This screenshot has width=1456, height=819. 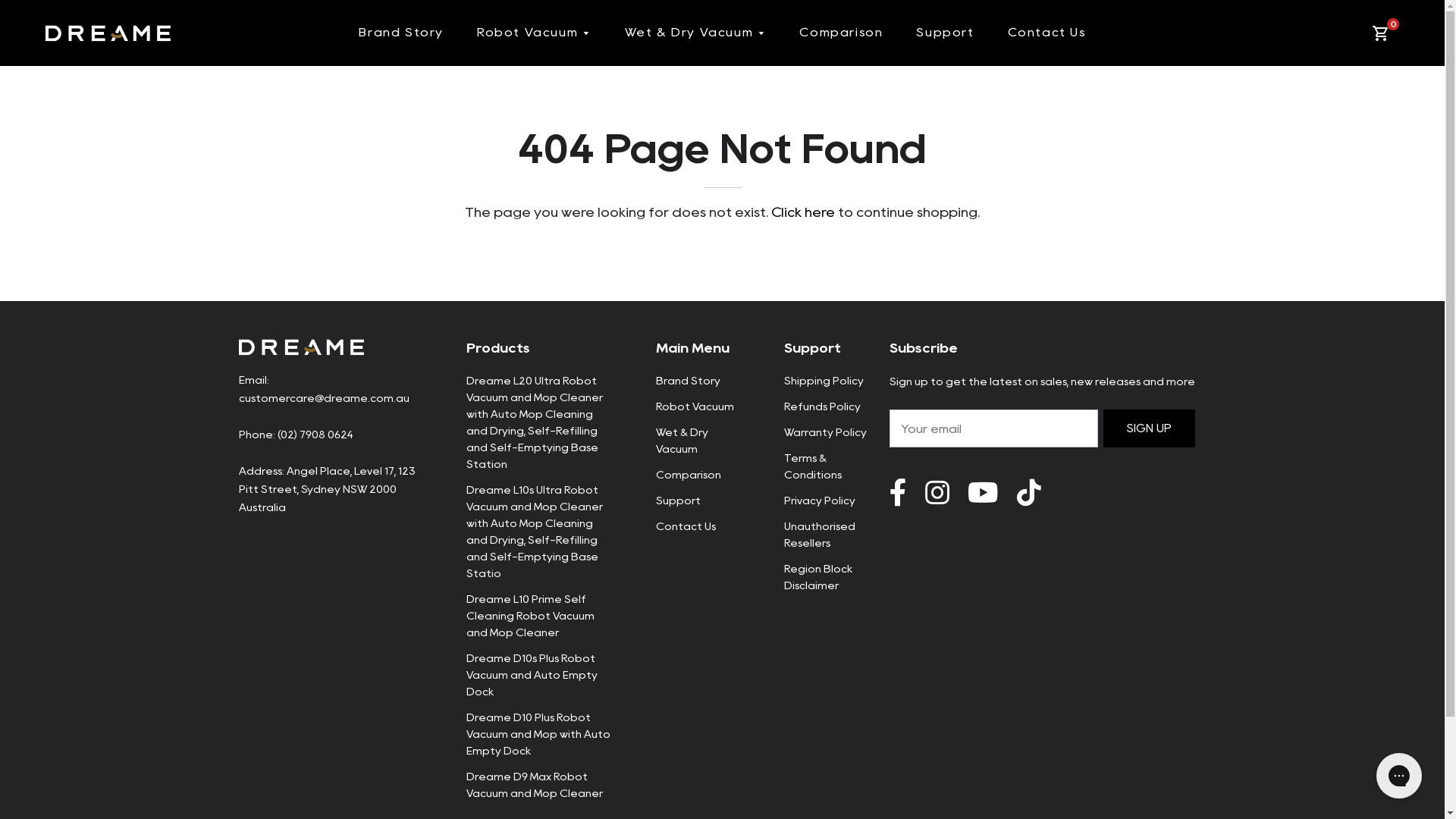 I want to click on 'SIGN UP', so click(x=1150, y=428).